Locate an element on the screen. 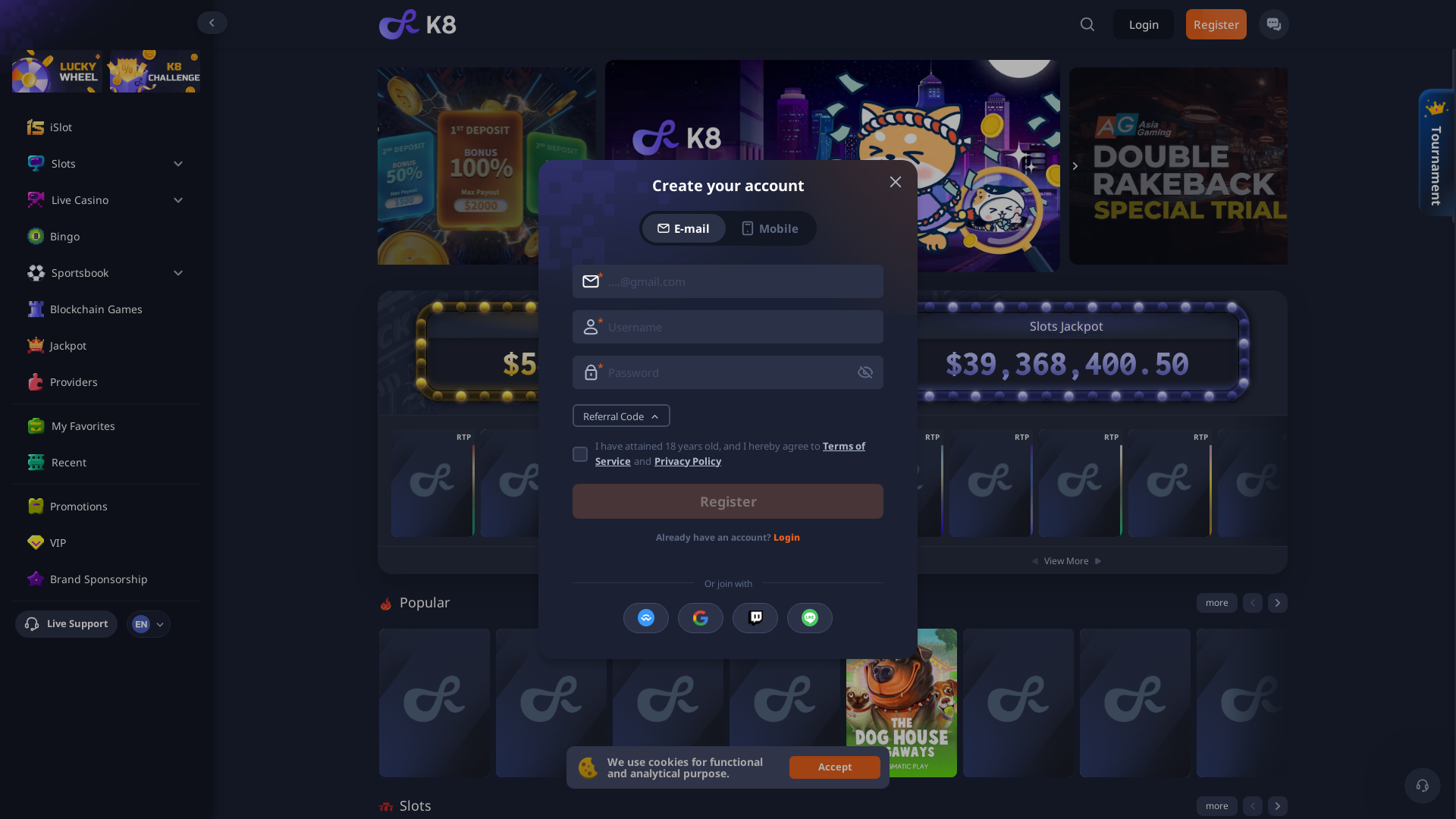  'previous' is located at coordinates (1252, 601).